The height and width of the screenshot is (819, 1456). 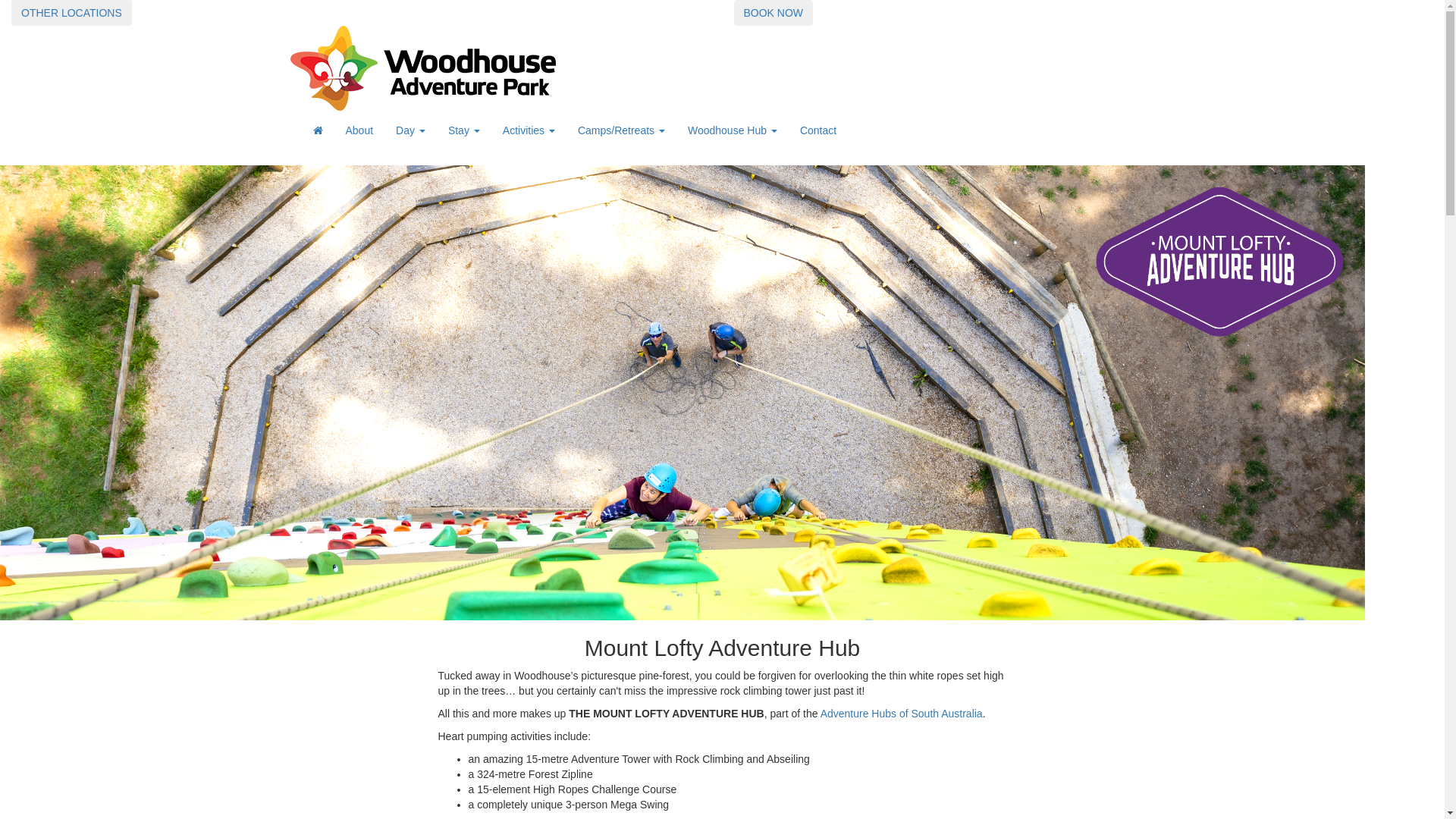 I want to click on 'Activities', so click(x=529, y=130).